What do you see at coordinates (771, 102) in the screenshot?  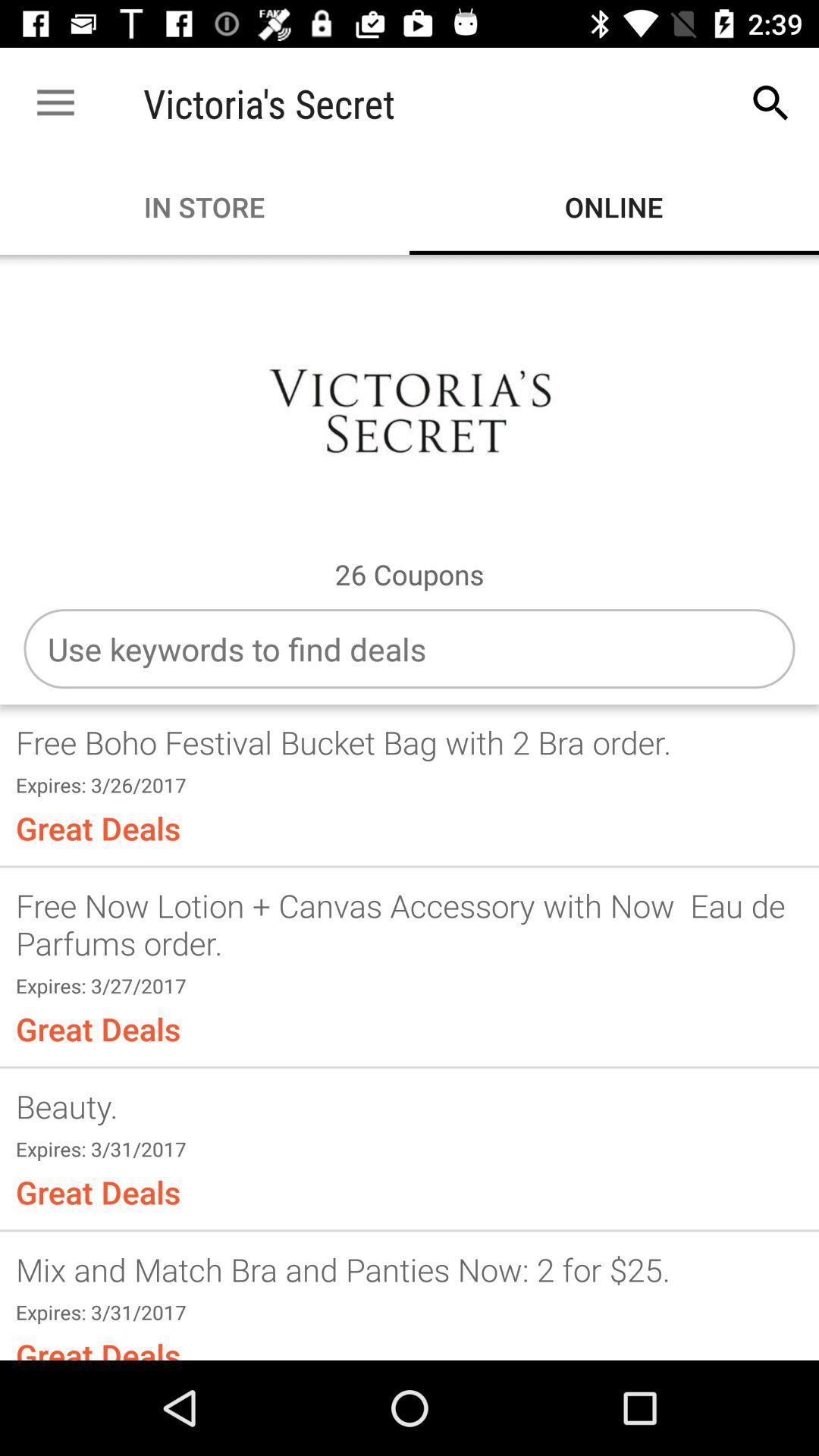 I see `the item to the right of victoria's secret  icon` at bounding box center [771, 102].